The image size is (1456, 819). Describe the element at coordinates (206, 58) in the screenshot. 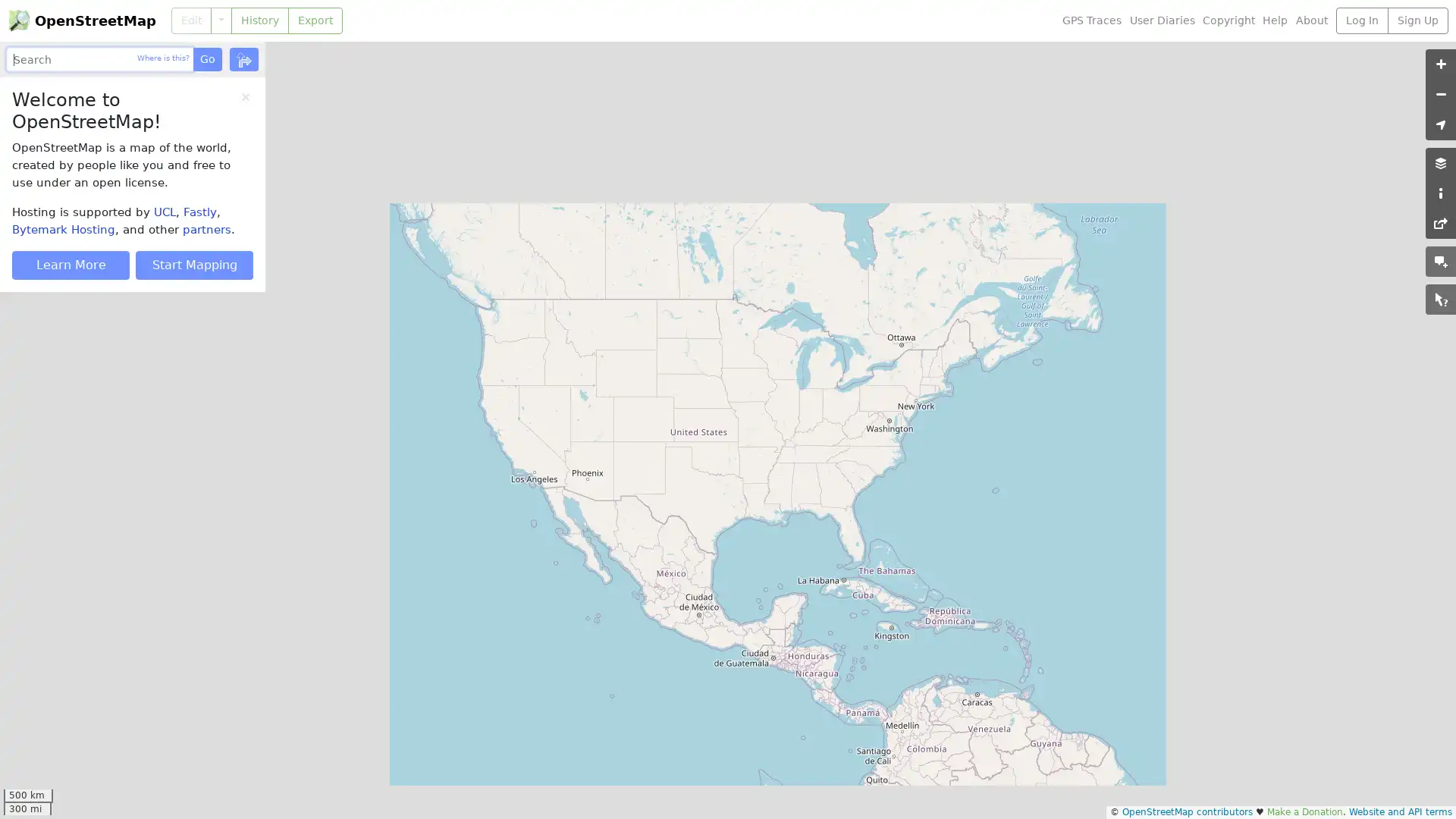

I see `Go` at that location.